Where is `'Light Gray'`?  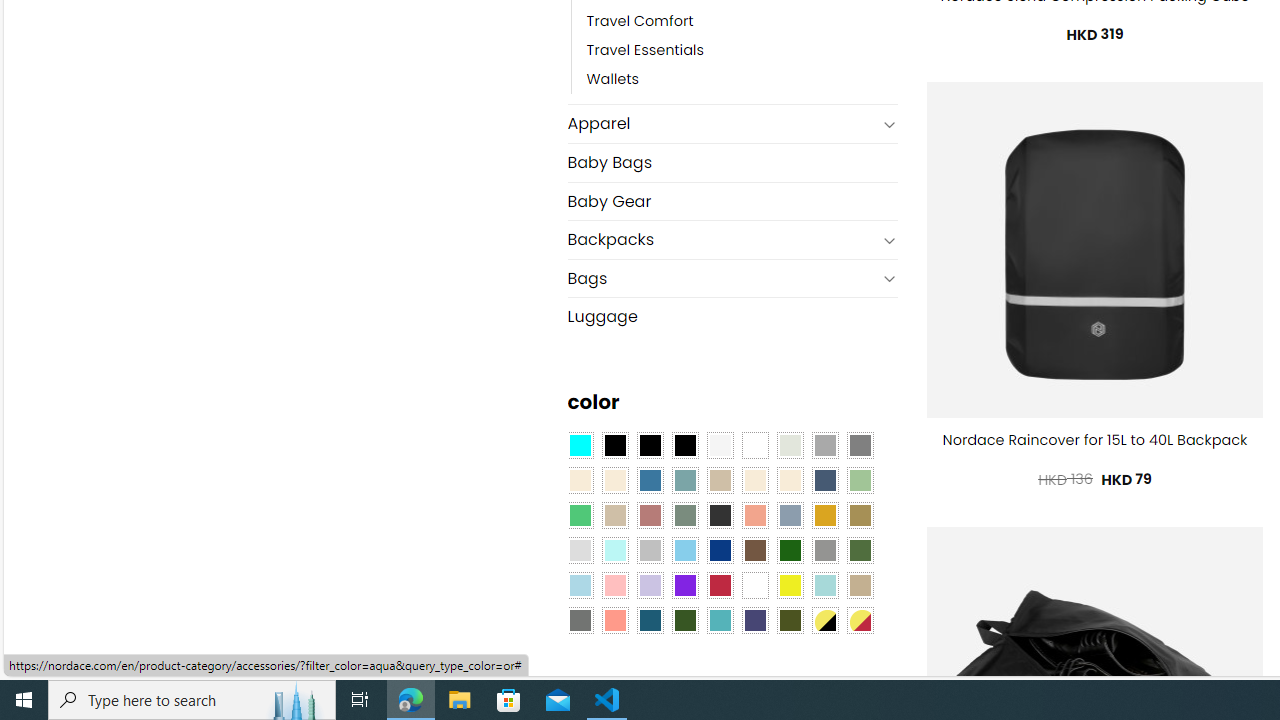
'Light Gray' is located at coordinates (578, 550).